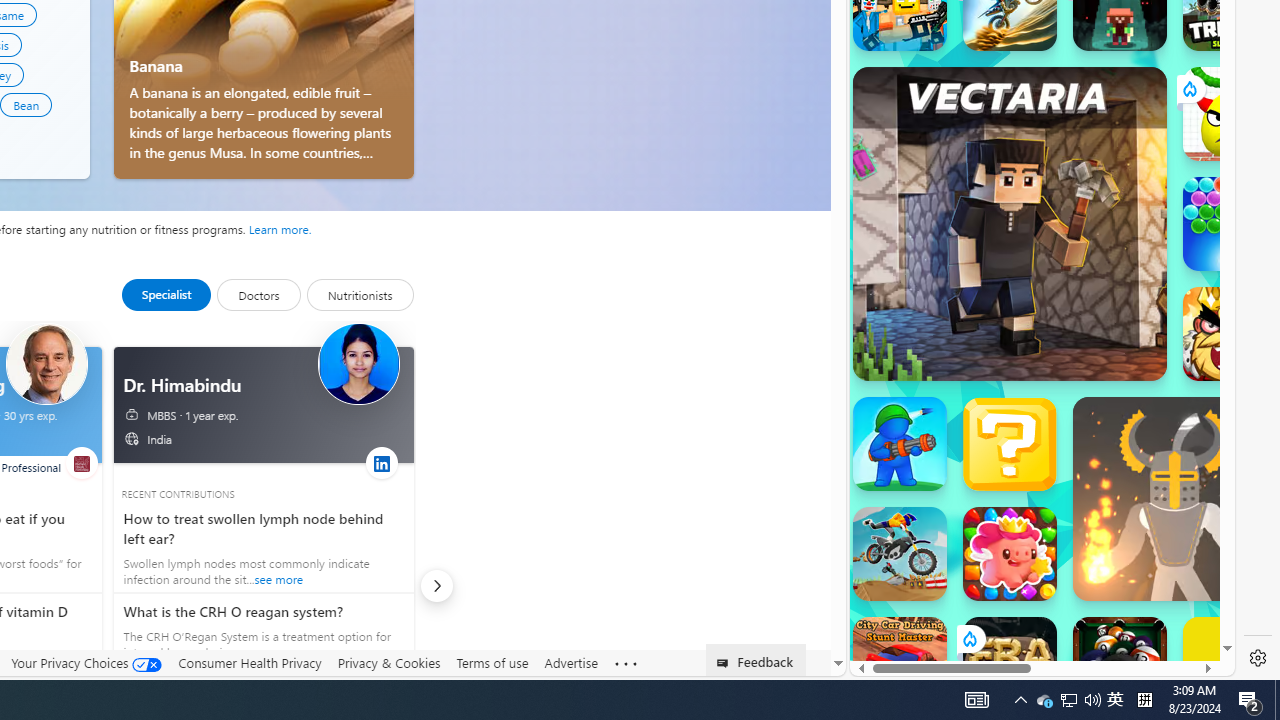 Image resolution: width=1280 pixels, height=720 pixels. Describe the element at coordinates (1092, 300) in the screenshot. I see `'Combat Reloaded'` at that location.